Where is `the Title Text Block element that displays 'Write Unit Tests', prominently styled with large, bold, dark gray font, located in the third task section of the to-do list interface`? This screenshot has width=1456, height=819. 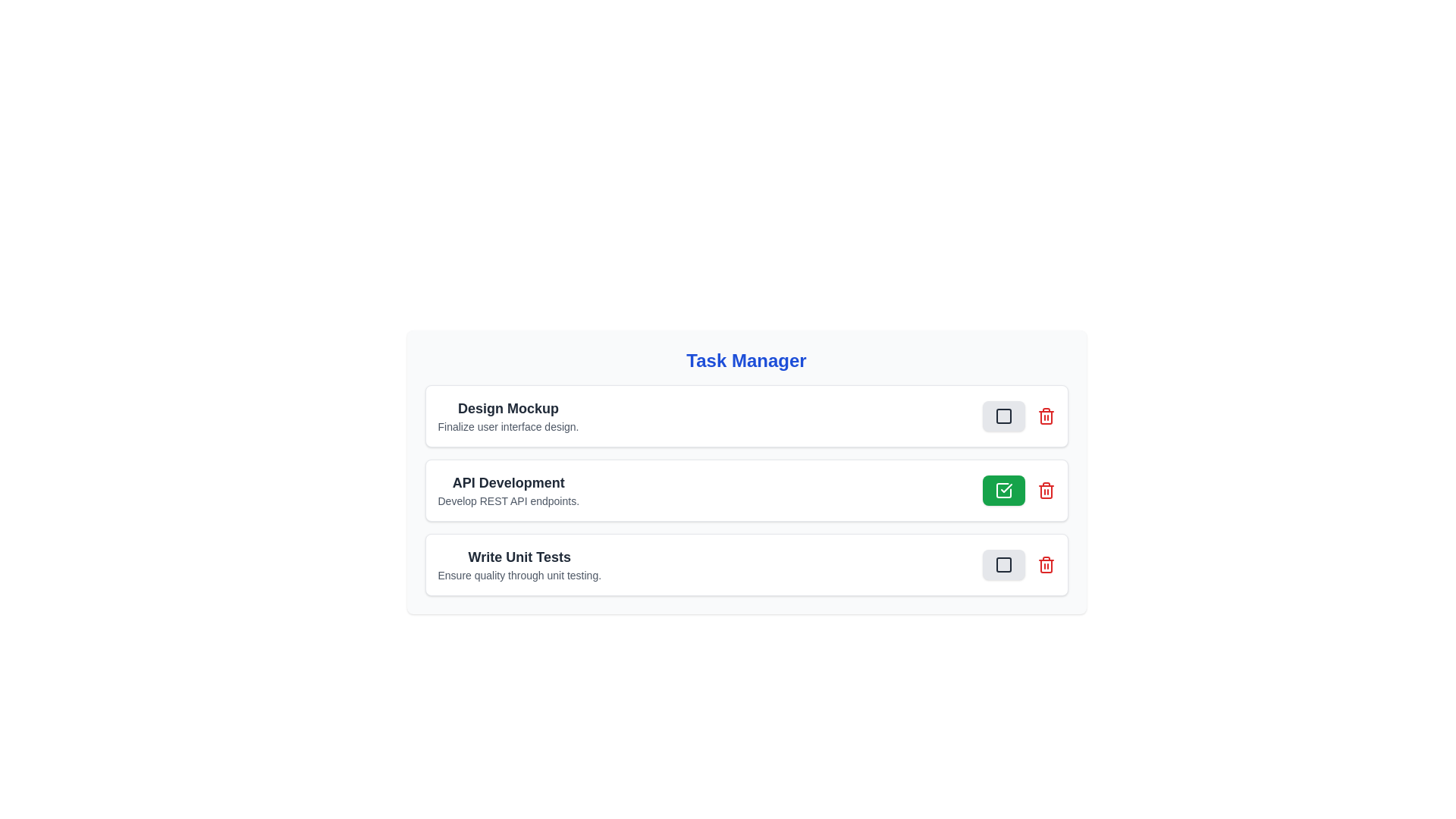 the Title Text Block element that displays 'Write Unit Tests', prominently styled with large, bold, dark gray font, located in the third task section of the to-do list interface is located at coordinates (519, 557).